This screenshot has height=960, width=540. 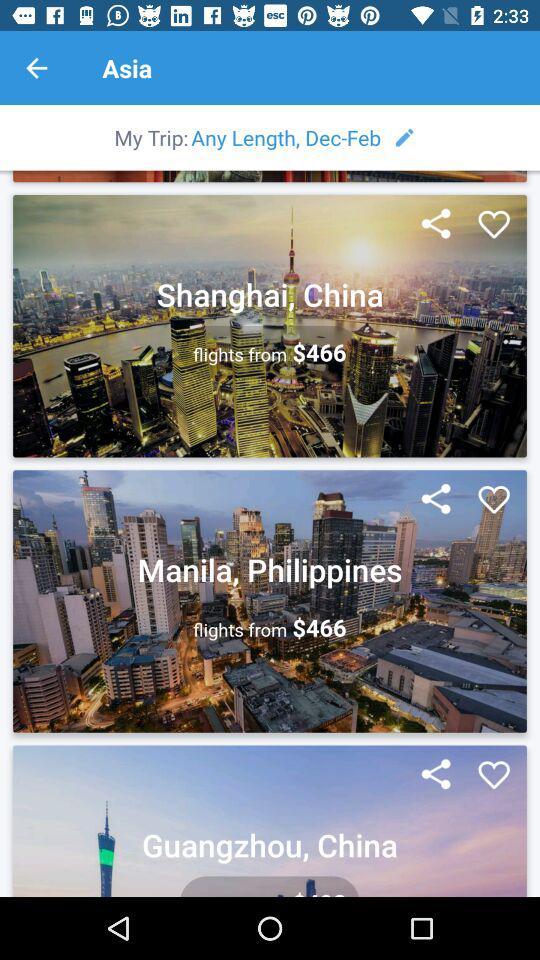 I want to click on share, so click(x=435, y=499).